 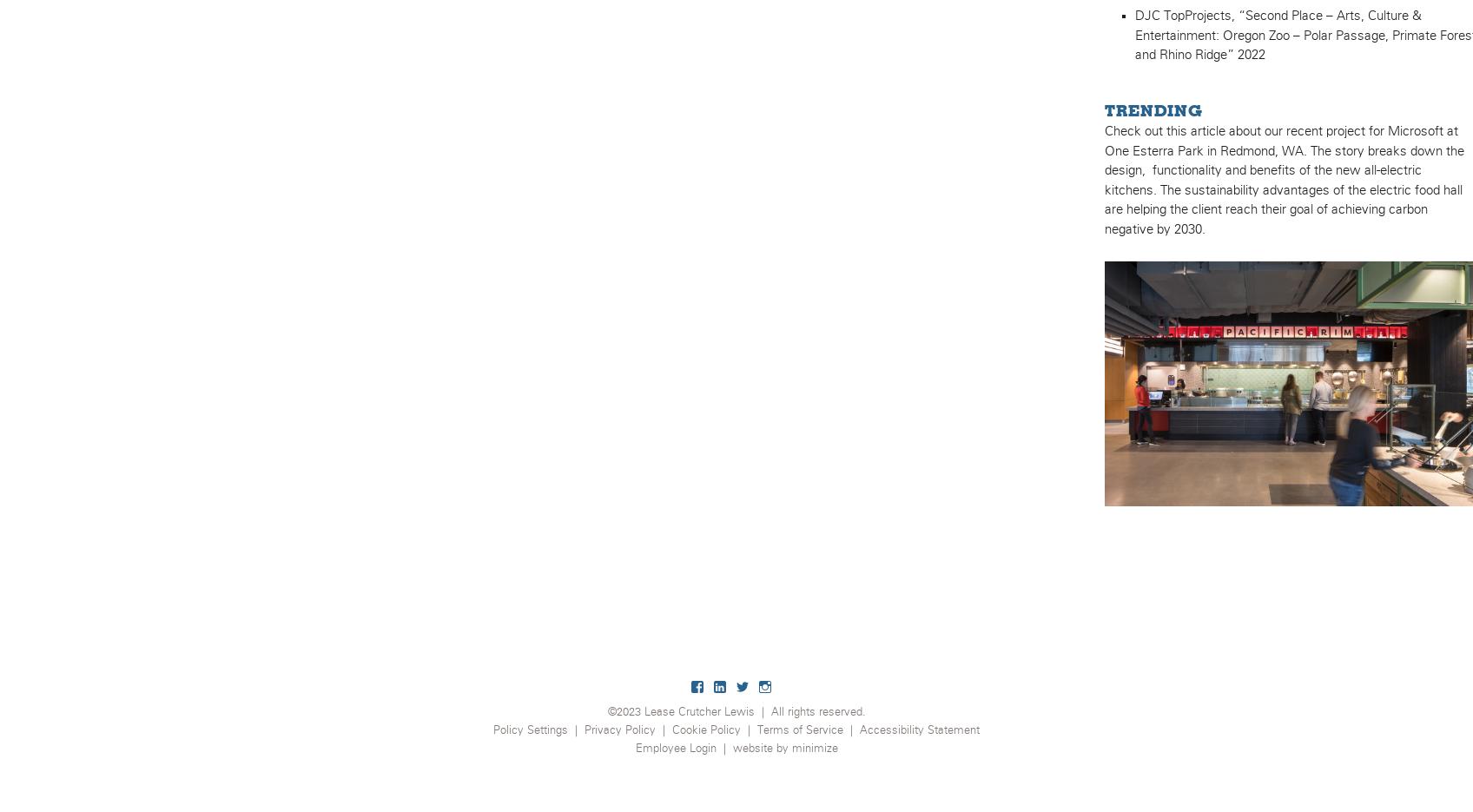 What do you see at coordinates (697, 712) in the screenshot?
I see `'Lease Crutcher Lewis'` at bounding box center [697, 712].